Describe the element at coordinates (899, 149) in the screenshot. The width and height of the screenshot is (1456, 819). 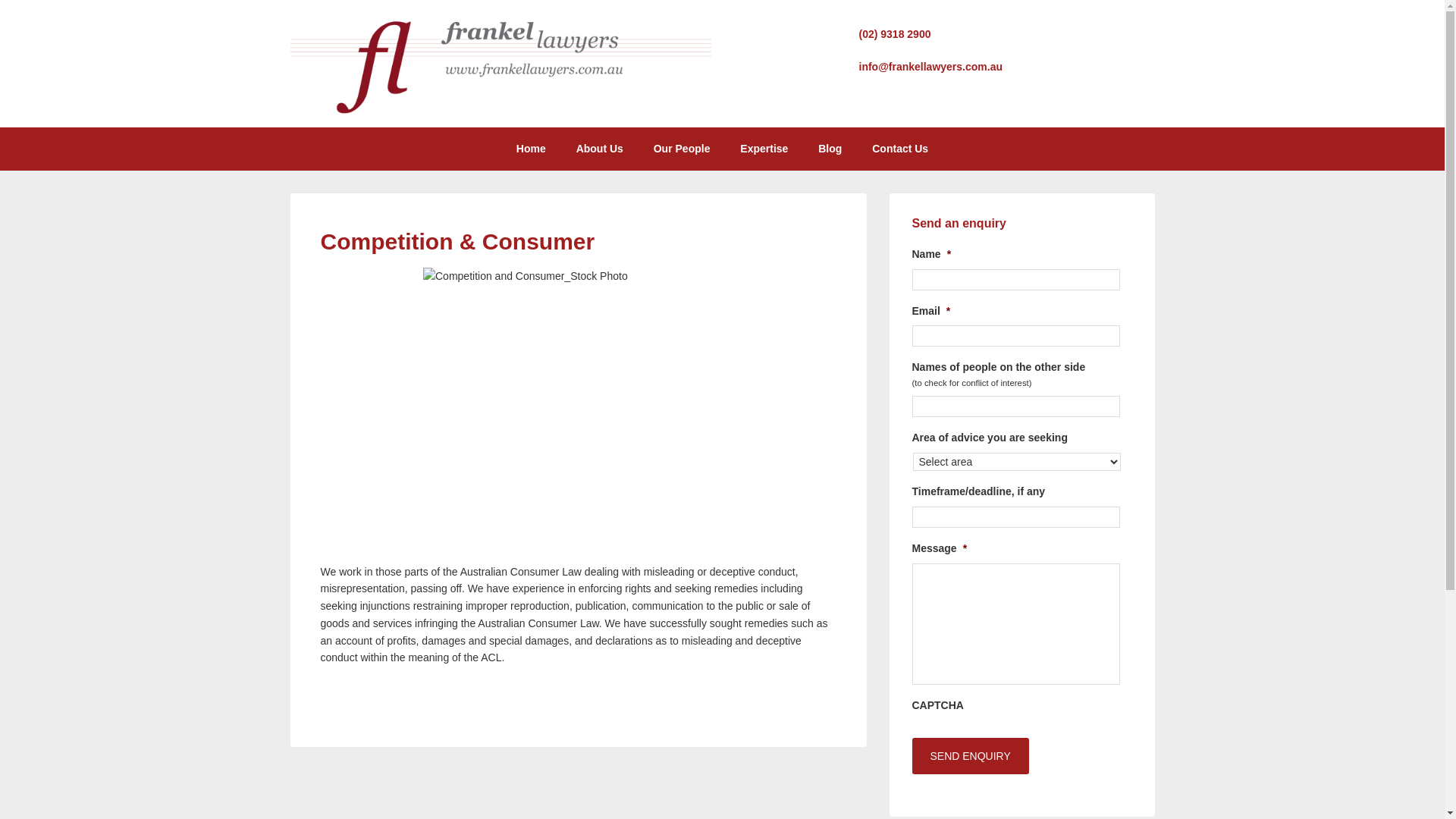
I see `'Contact Us'` at that location.